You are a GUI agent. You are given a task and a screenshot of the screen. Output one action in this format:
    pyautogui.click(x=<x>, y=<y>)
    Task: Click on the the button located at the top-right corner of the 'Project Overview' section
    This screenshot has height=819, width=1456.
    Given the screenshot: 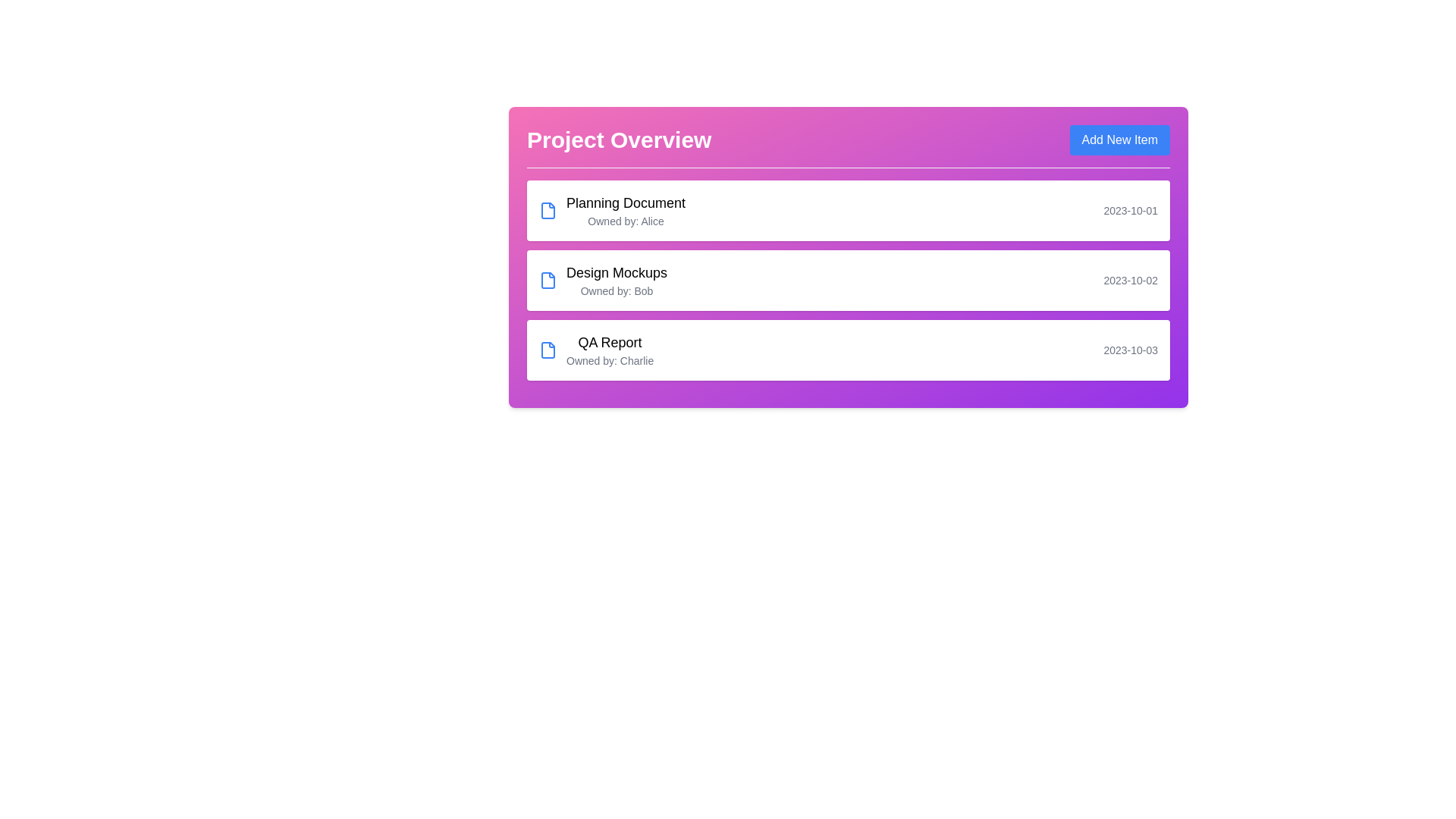 What is the action you would take?
    pyautogui.click(x=1119, y=140)
    